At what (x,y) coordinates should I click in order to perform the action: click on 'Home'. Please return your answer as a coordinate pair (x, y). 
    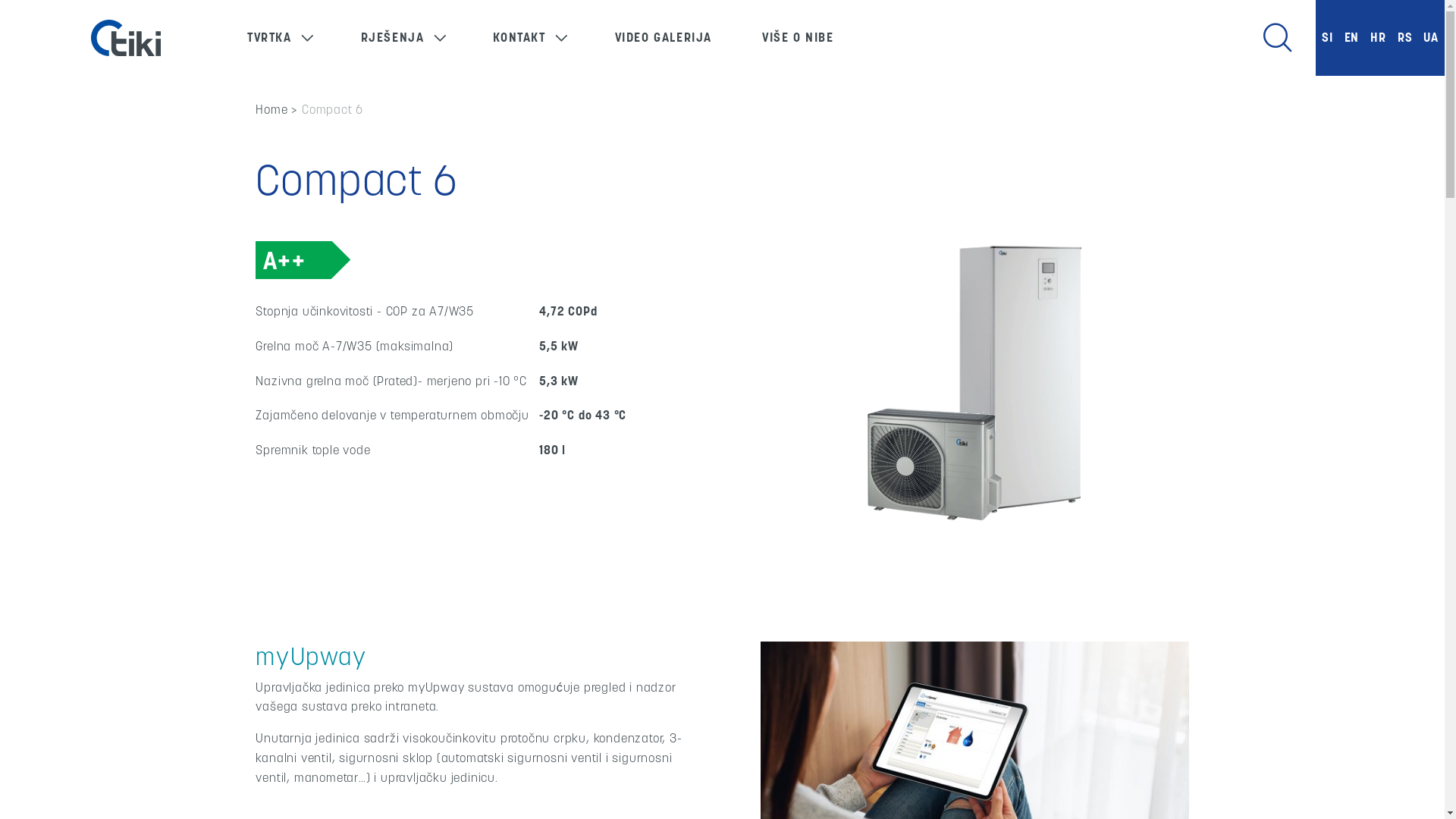
    Looking at the image, I should click on (271, 108).